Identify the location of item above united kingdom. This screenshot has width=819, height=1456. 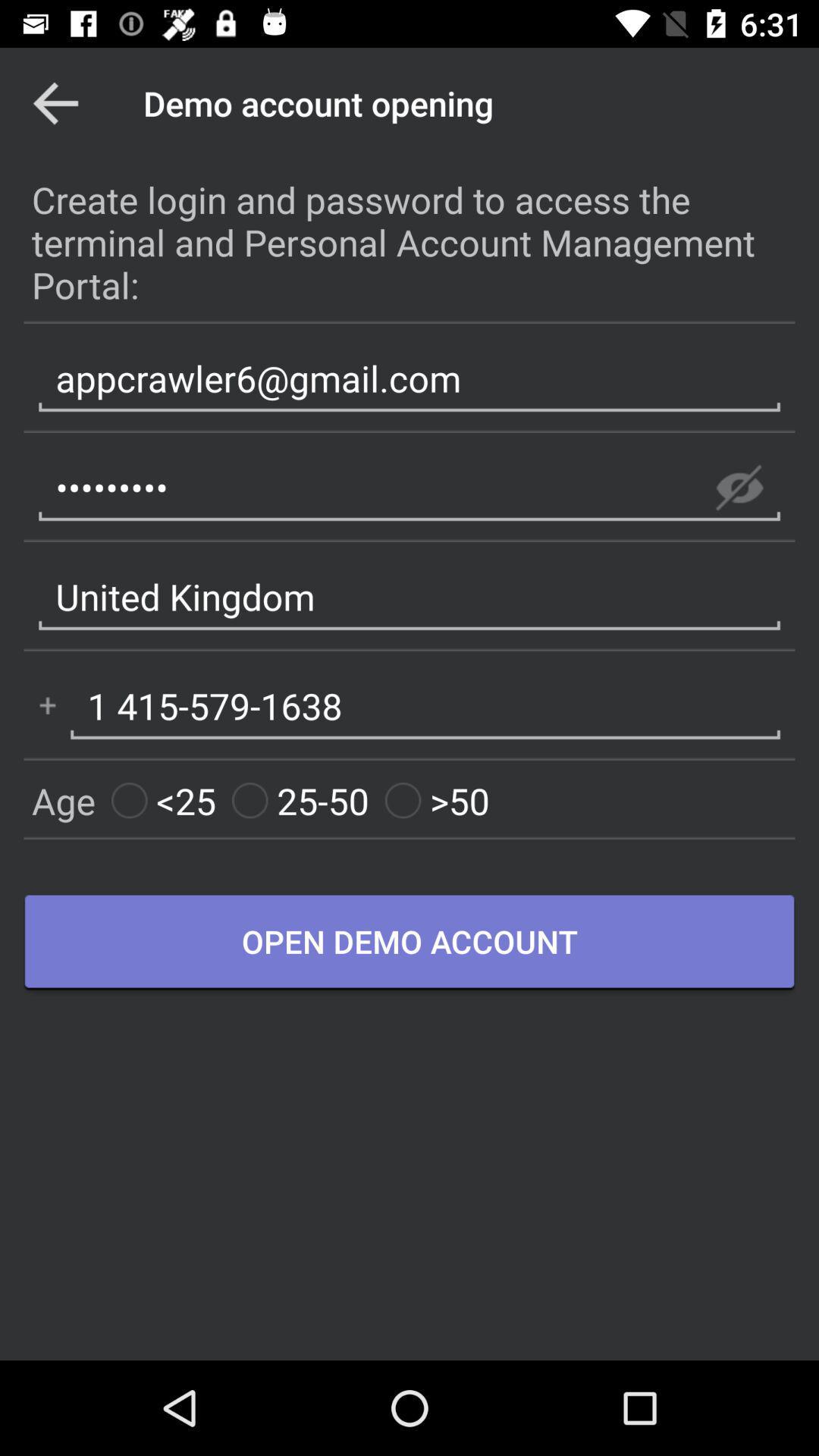
(409, 488).